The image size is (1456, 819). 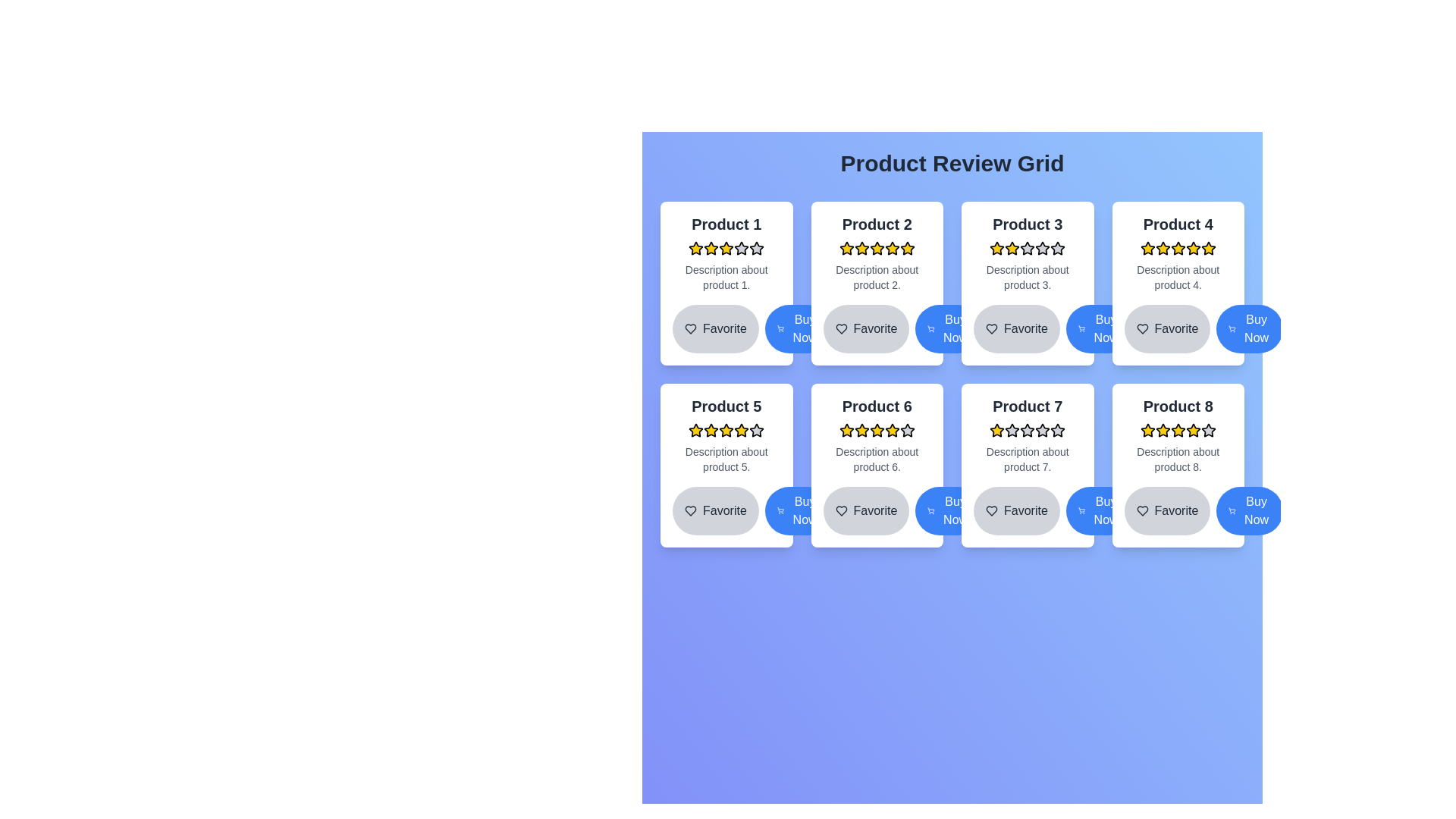 What do you see at coordinates (690, 511) in the screenshot?
I see `the heart icon located at the bottom left of the product card for 'Product 5' to mark it as a favorite` at bounding box center [690, 511].